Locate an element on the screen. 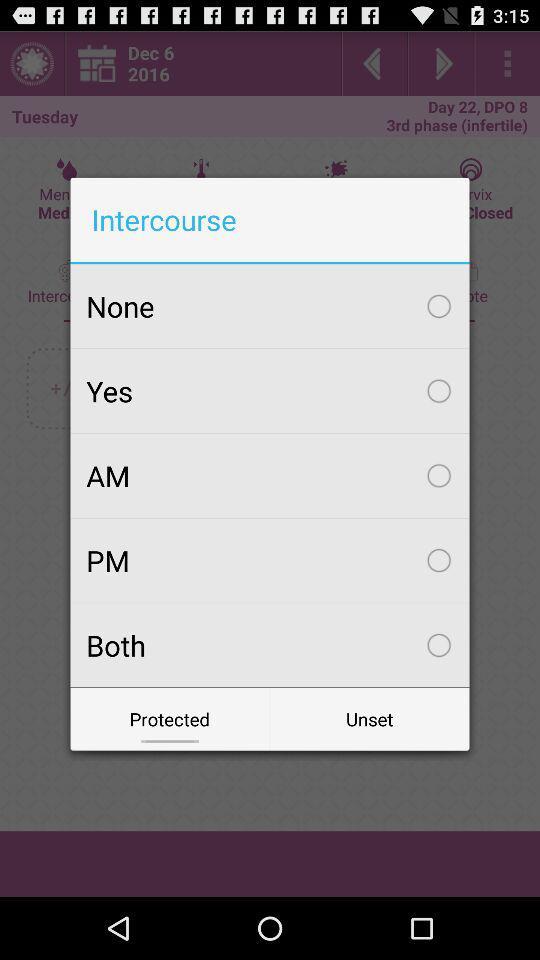 This screenshot has height=960, width=540. icon below am item is located at coordinates (270, 560).